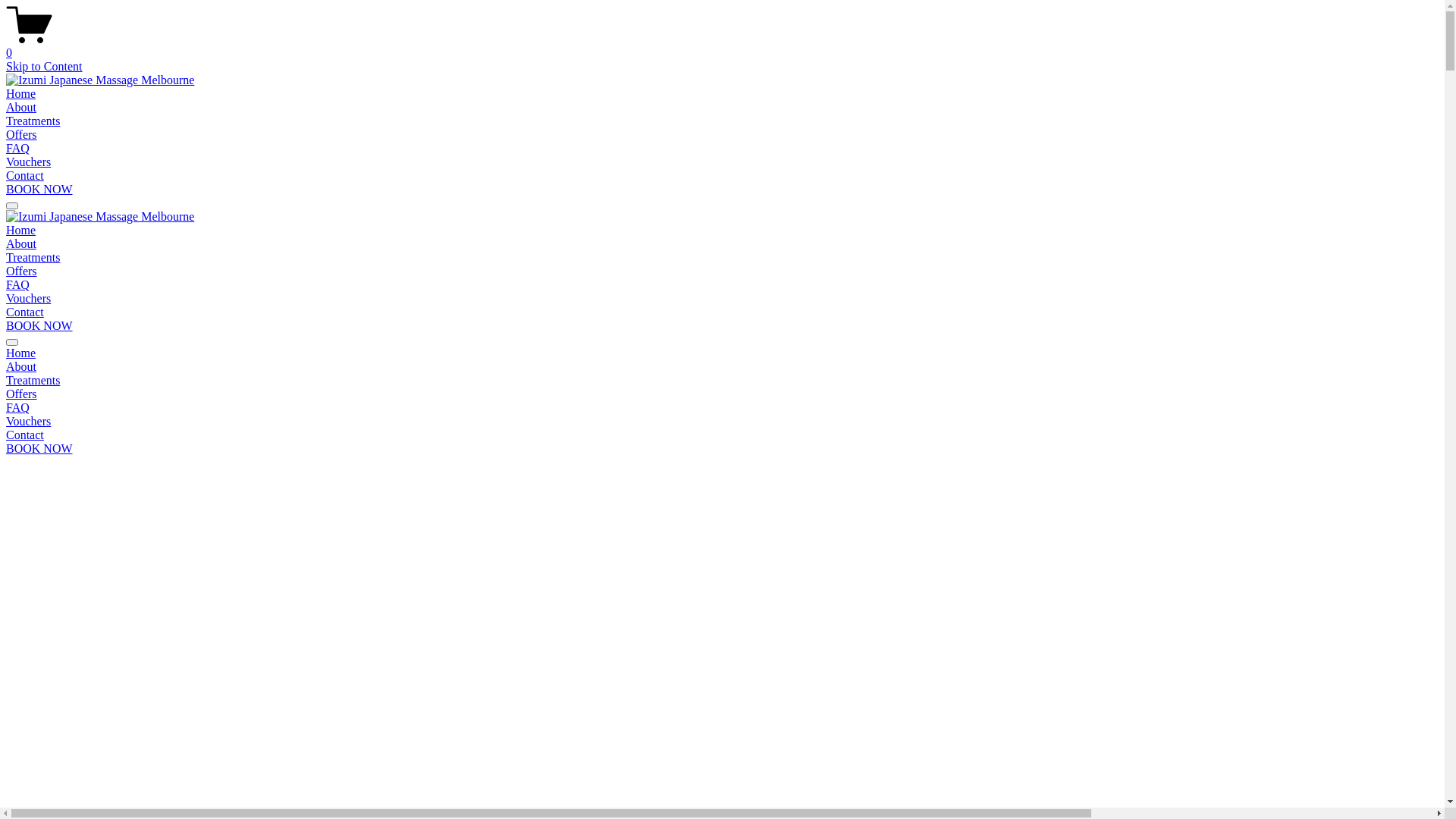 The width and height of the screenshot is (1456, 819). What do you see at coordinates (17, 284) in the screenshot?
I see `'FAQ'` at bounding box center [17, 284].